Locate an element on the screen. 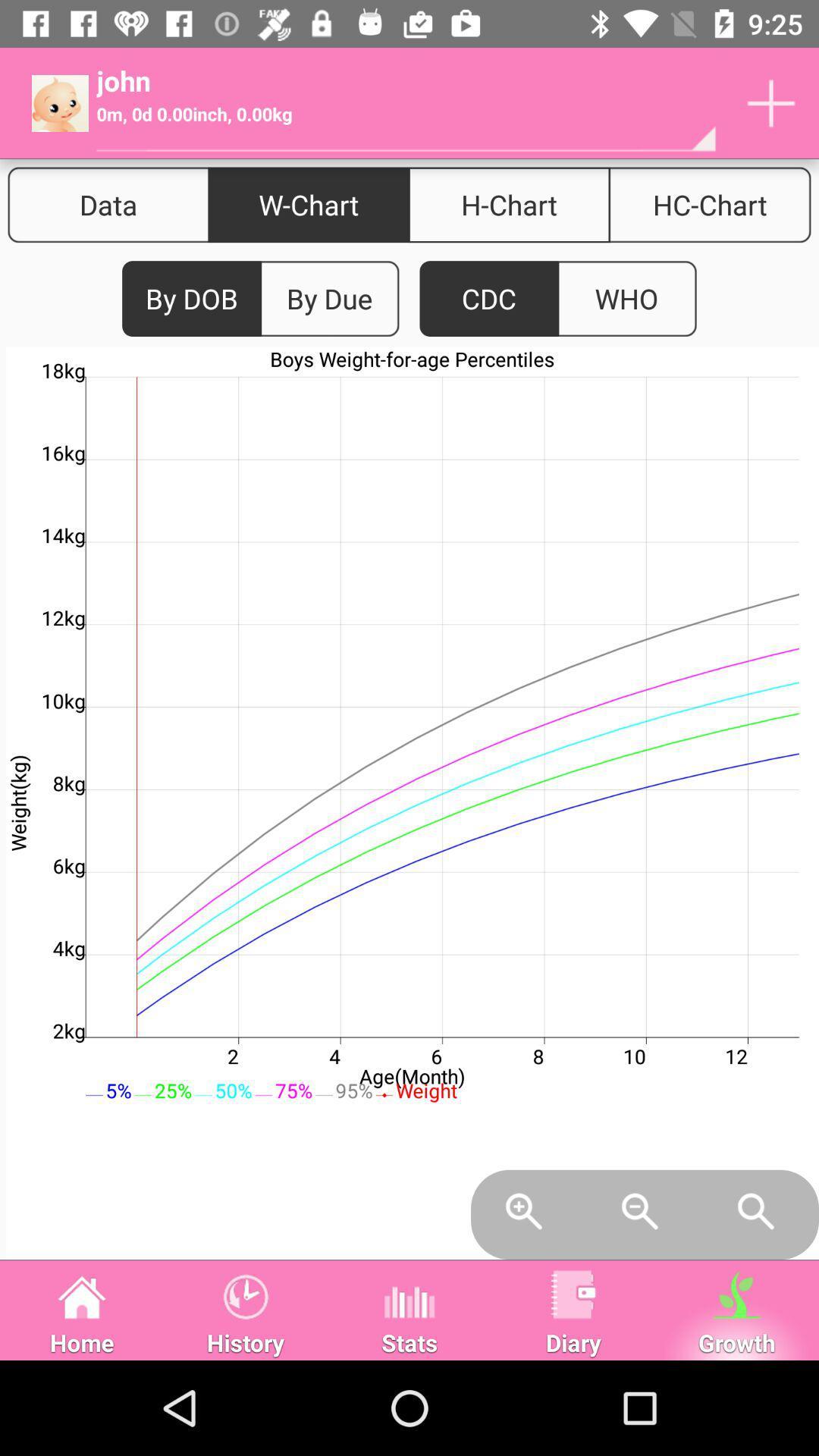 The height and width of the screenshot is (1456, 819). the w-chart icon is located at coordinates (308, 204).